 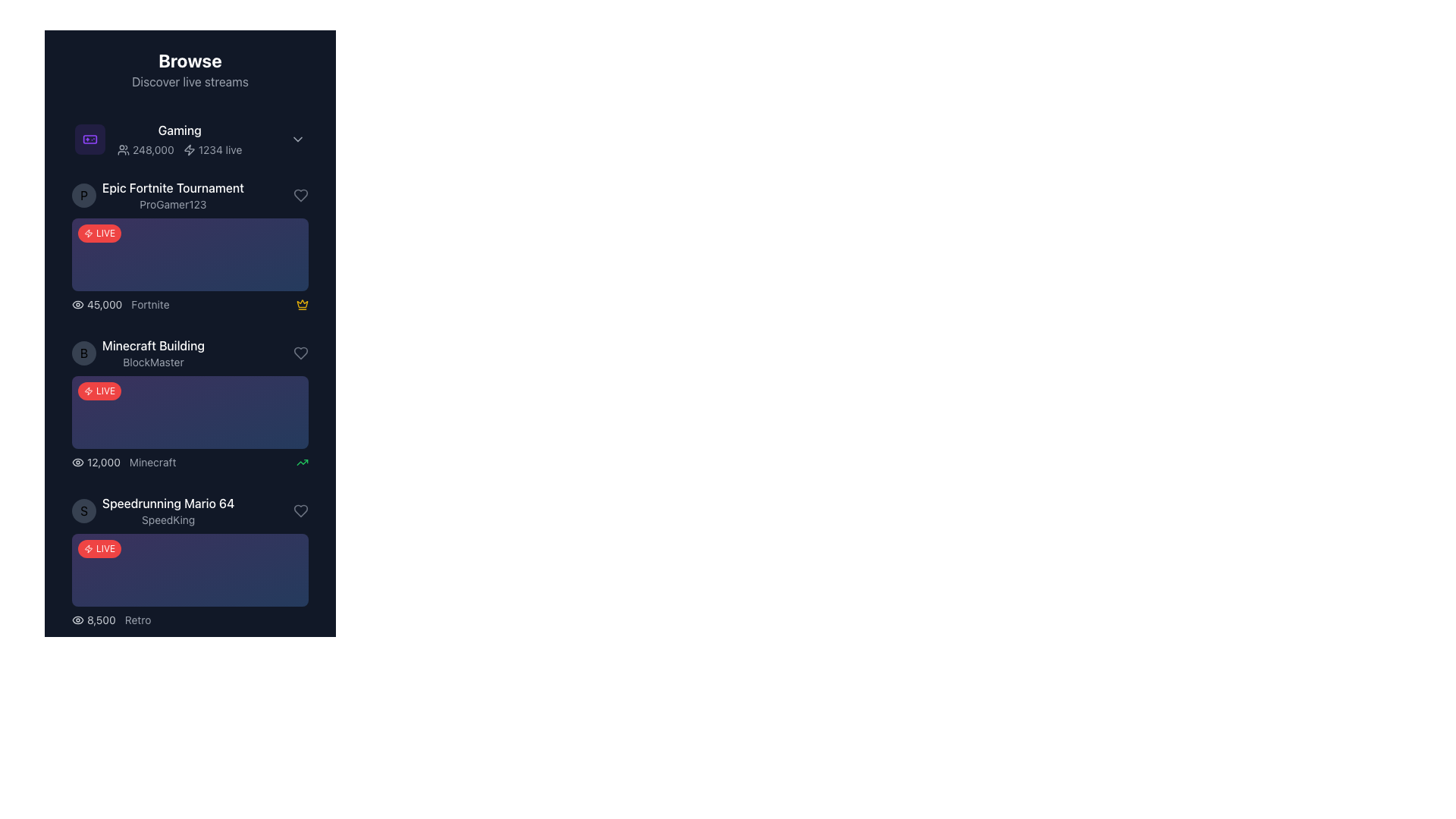 What do you see at coordinates (302, 303) in the screenshot?
I see `the yellow crown-shaped icon located beside the stream title 'Epic Fortnite Tournament' to observe potential tooltips or animations` at bounding box center [302, 303].